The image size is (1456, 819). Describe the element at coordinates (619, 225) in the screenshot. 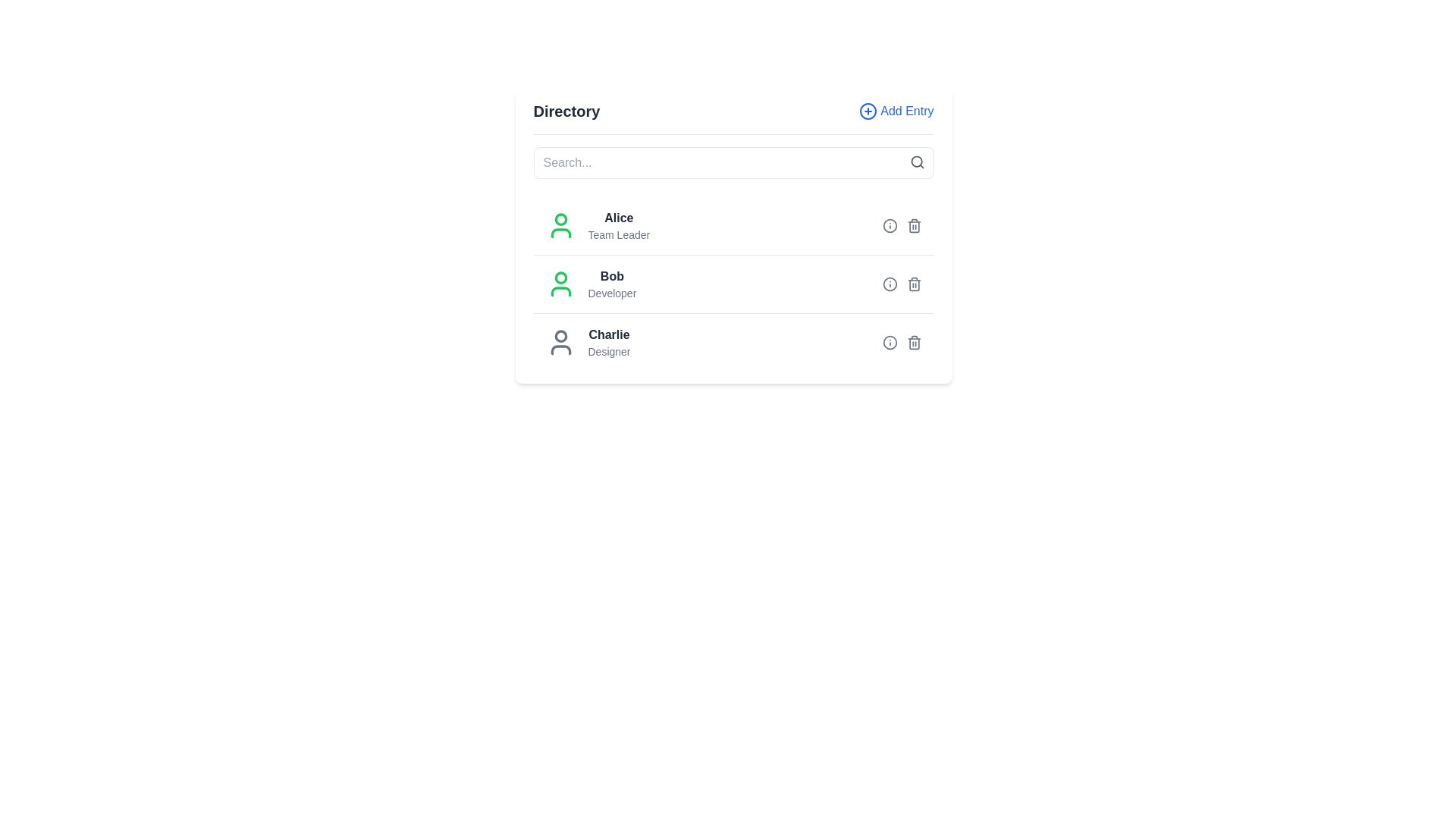

I see `the Text Display Block that shows 'Alice' and 'Team Leader' in the directory list` at that location.